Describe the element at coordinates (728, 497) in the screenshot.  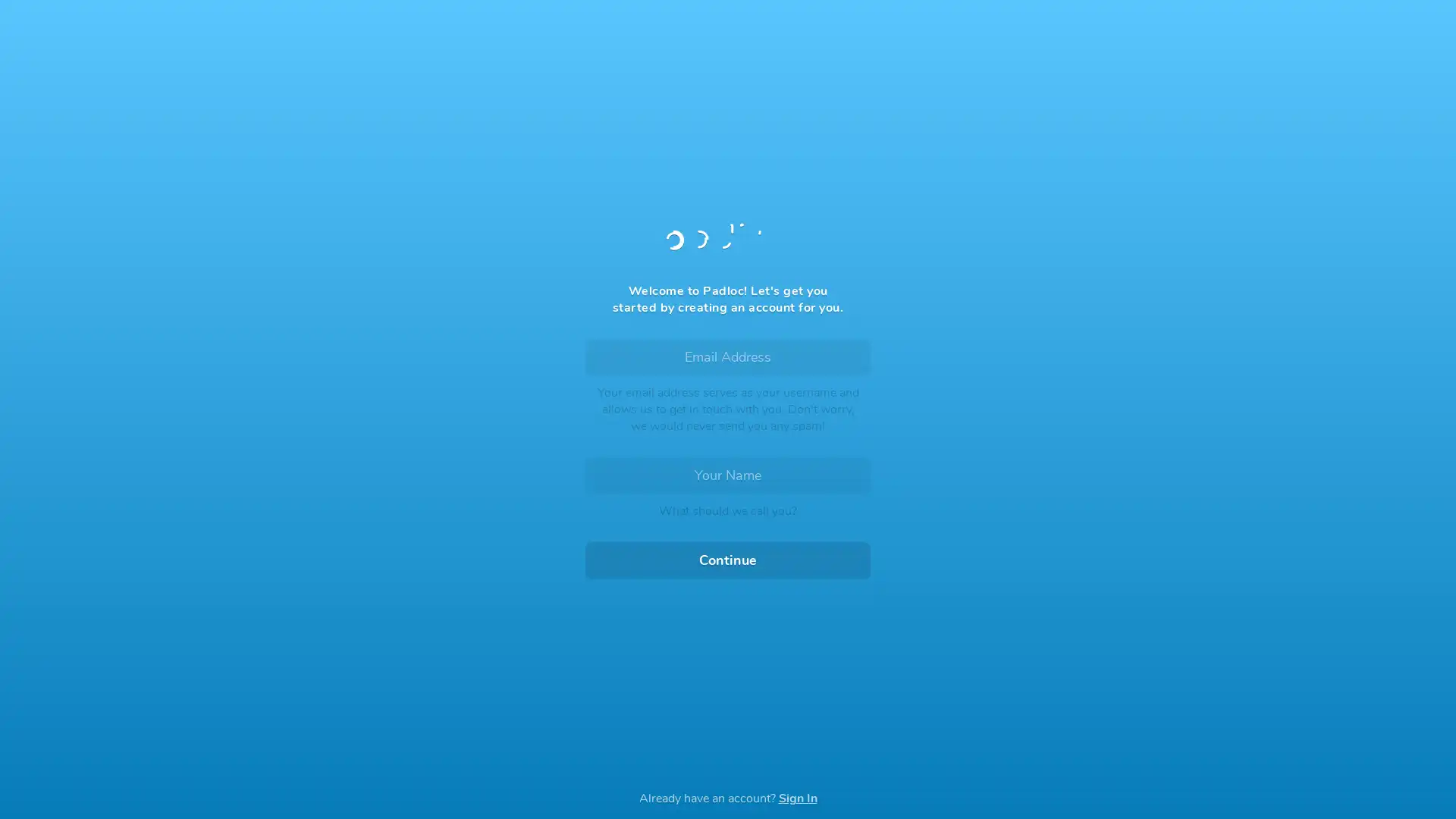
I see `Unlock` at that location.